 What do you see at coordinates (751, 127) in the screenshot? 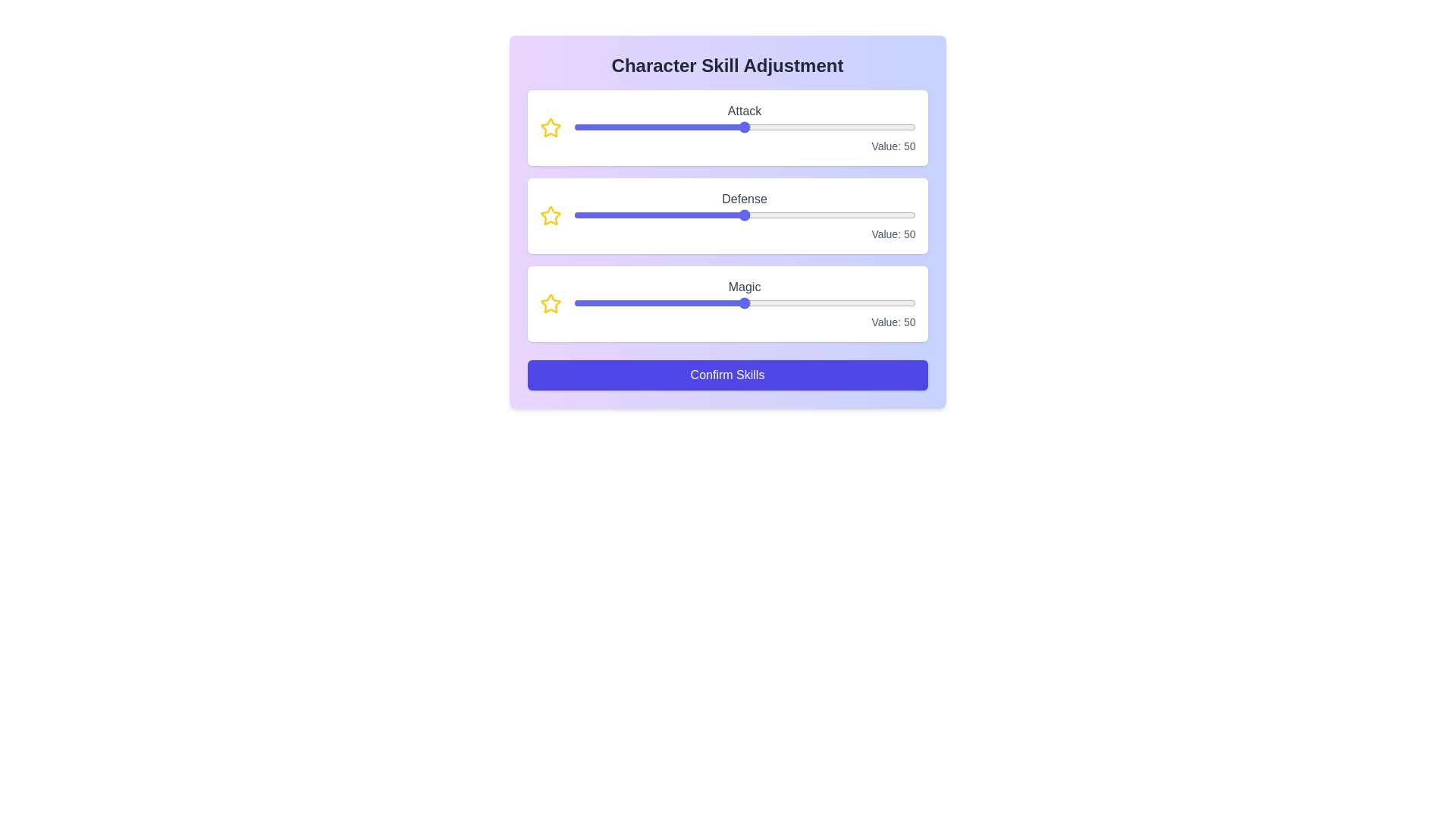
I see `the 0 slider to 4` at bounding box center [751, 127].